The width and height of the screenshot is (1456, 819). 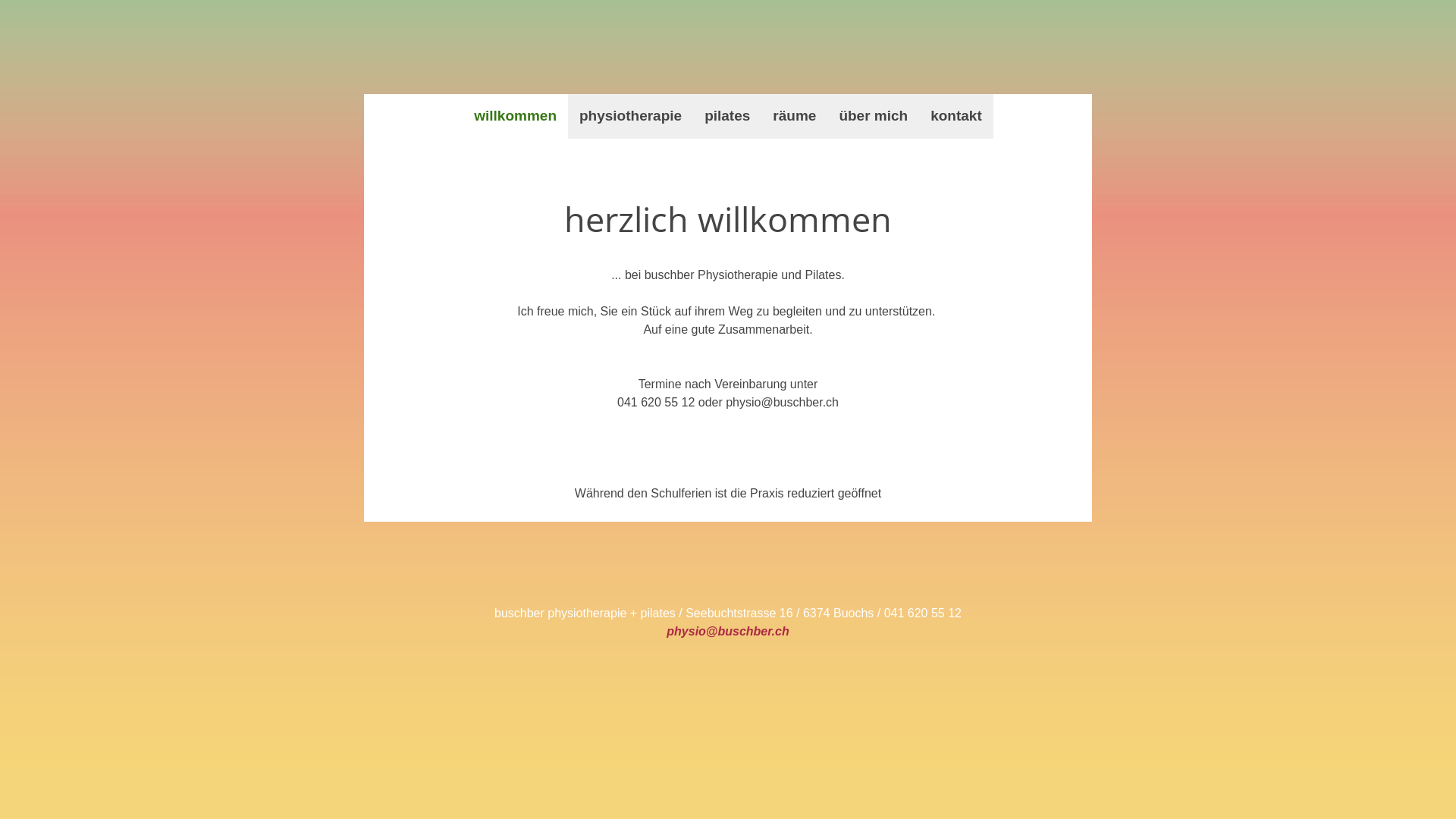 What do you see at coordinates (515, 115) in the screenshot?
I see `'willkommen'` at bounding box center [515, 115].